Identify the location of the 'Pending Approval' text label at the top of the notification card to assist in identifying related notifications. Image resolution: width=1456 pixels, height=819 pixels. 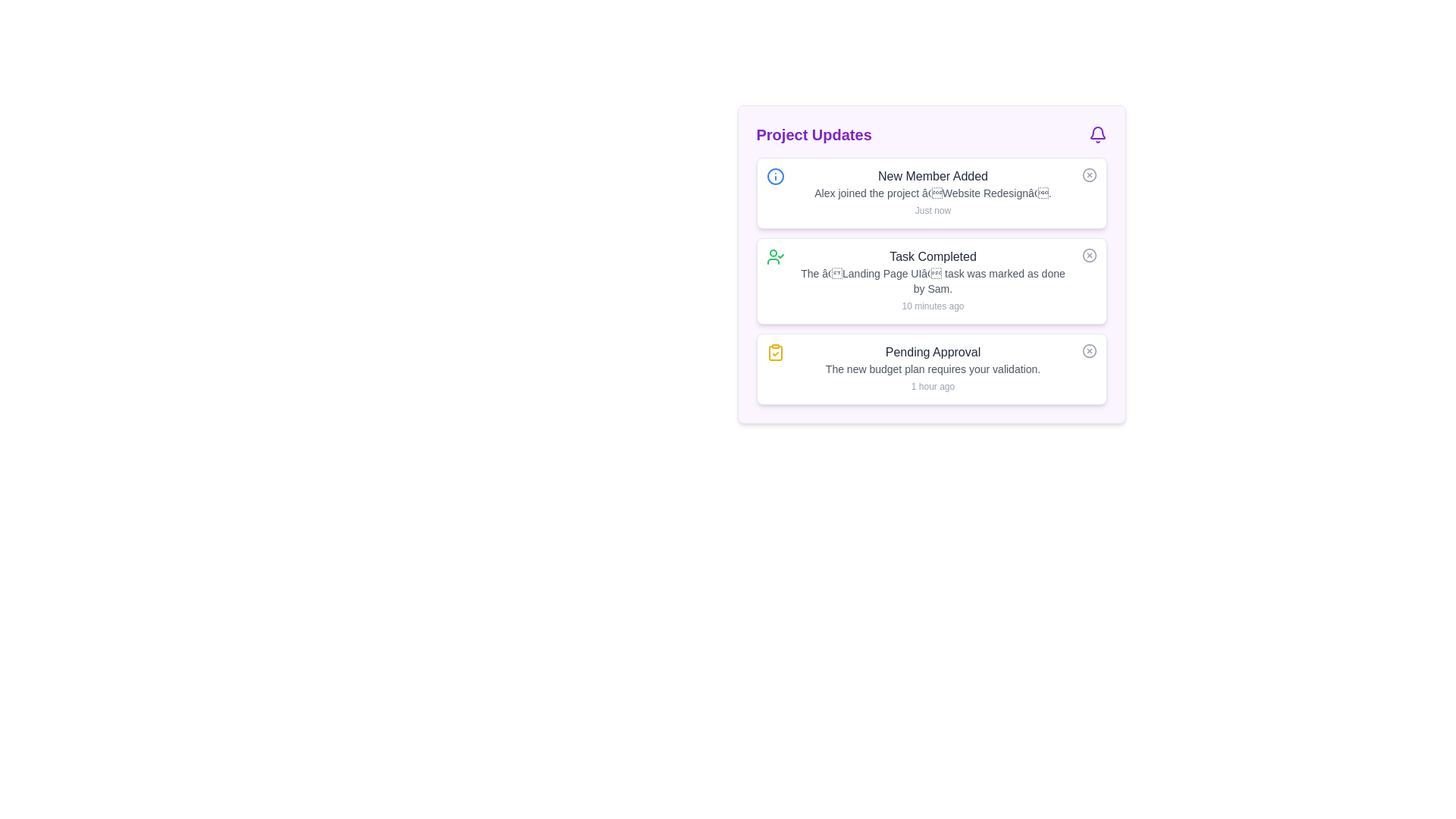
(932, 353).